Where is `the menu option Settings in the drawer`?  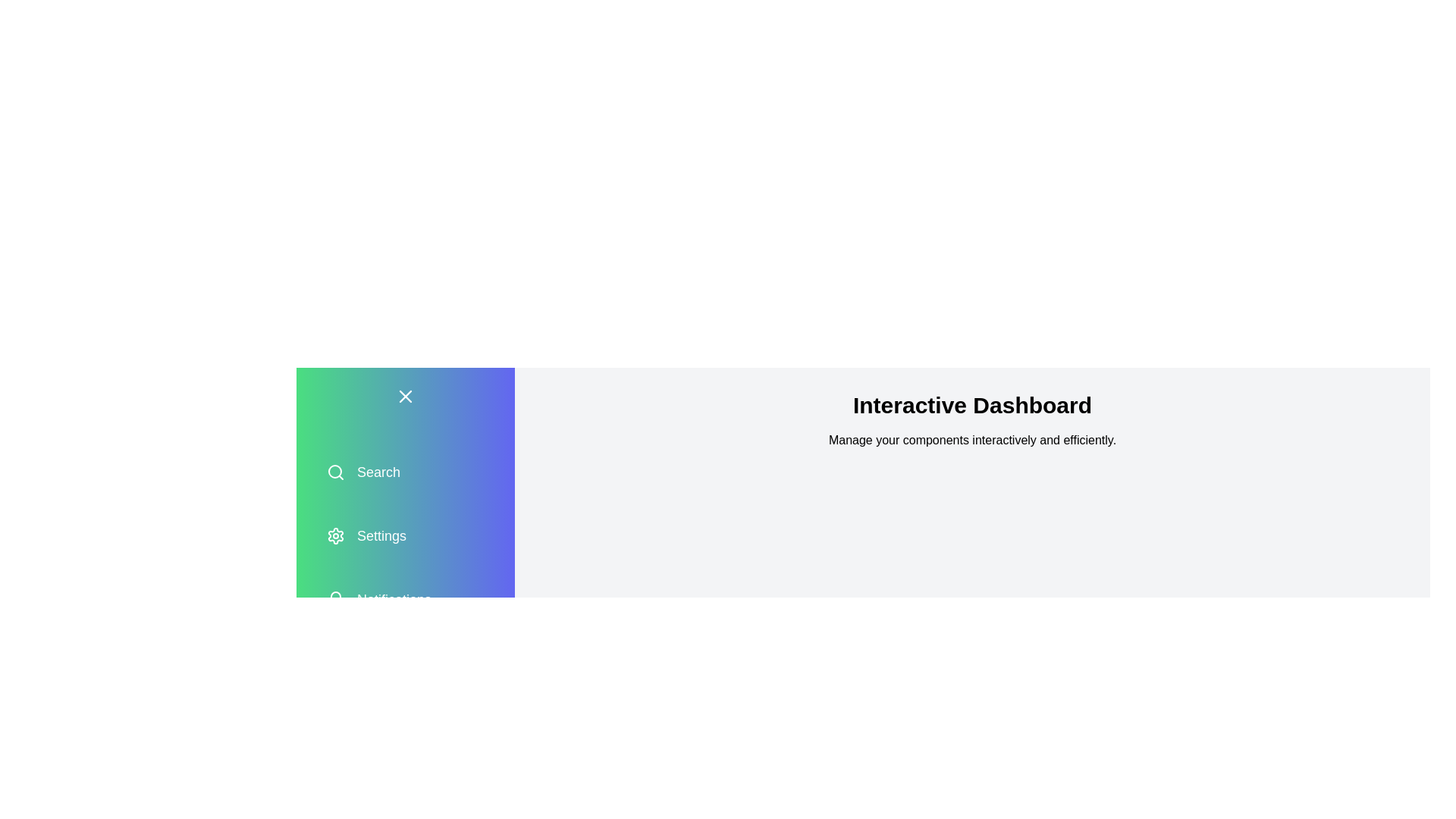
the menu option Settings in the drawer is located at coordinates (405, 535).